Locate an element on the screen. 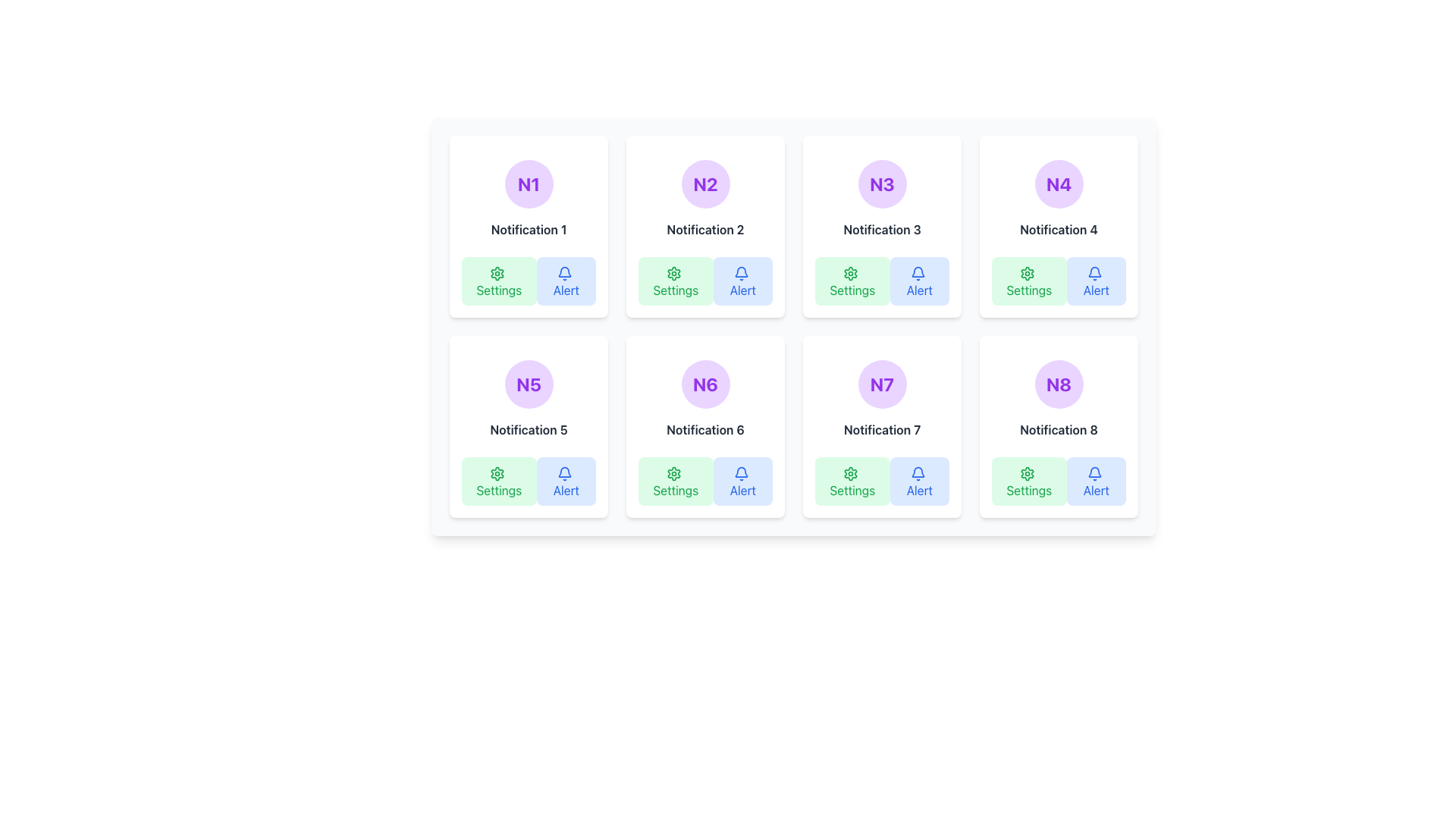  the left button in the 'Settings' and 'Alert' button pair below the 'Notification 2' section is located at coordinates (675, 281).